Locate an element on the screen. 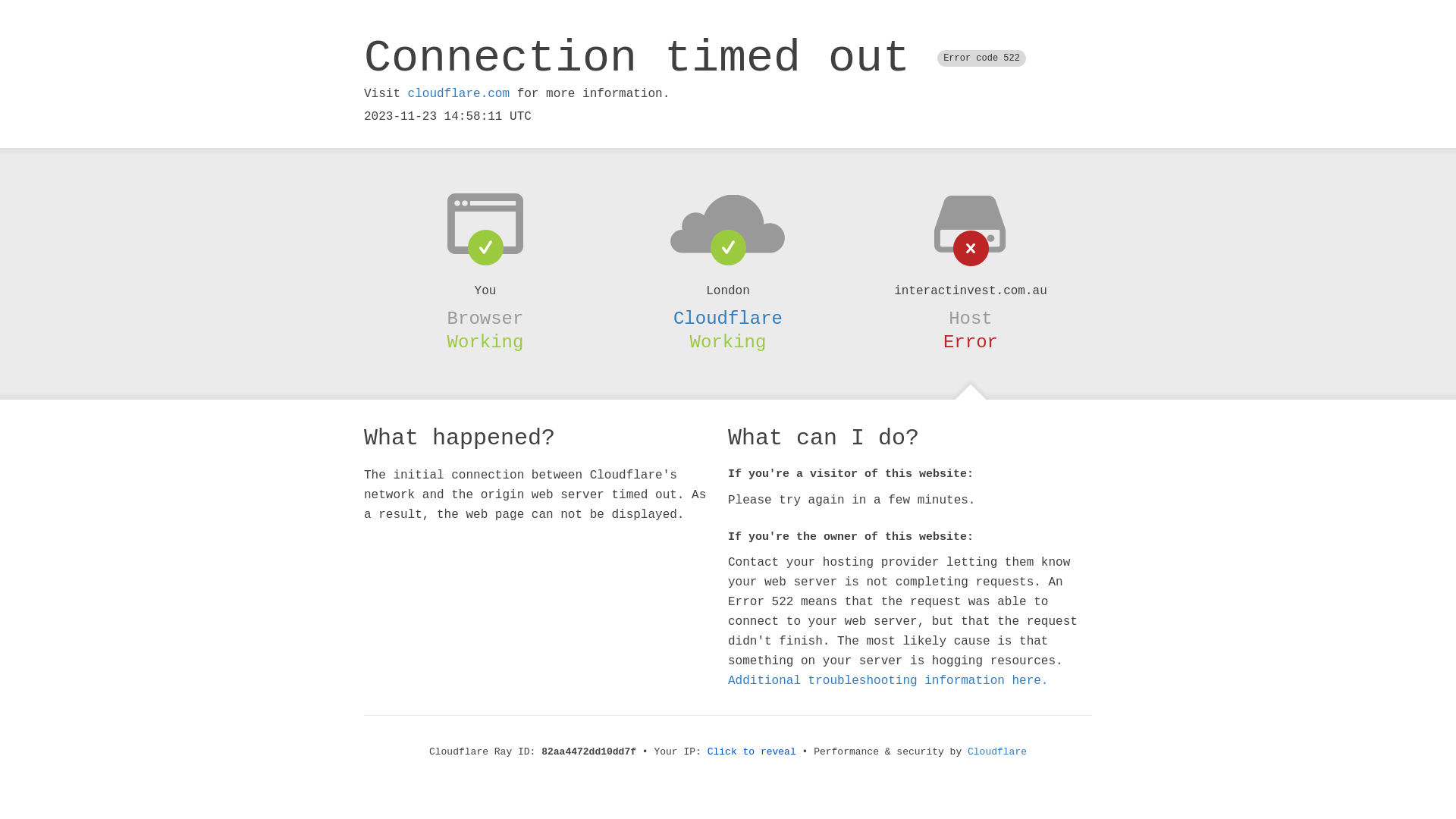  'Click to reveal' is located at coordinates (706, 752).